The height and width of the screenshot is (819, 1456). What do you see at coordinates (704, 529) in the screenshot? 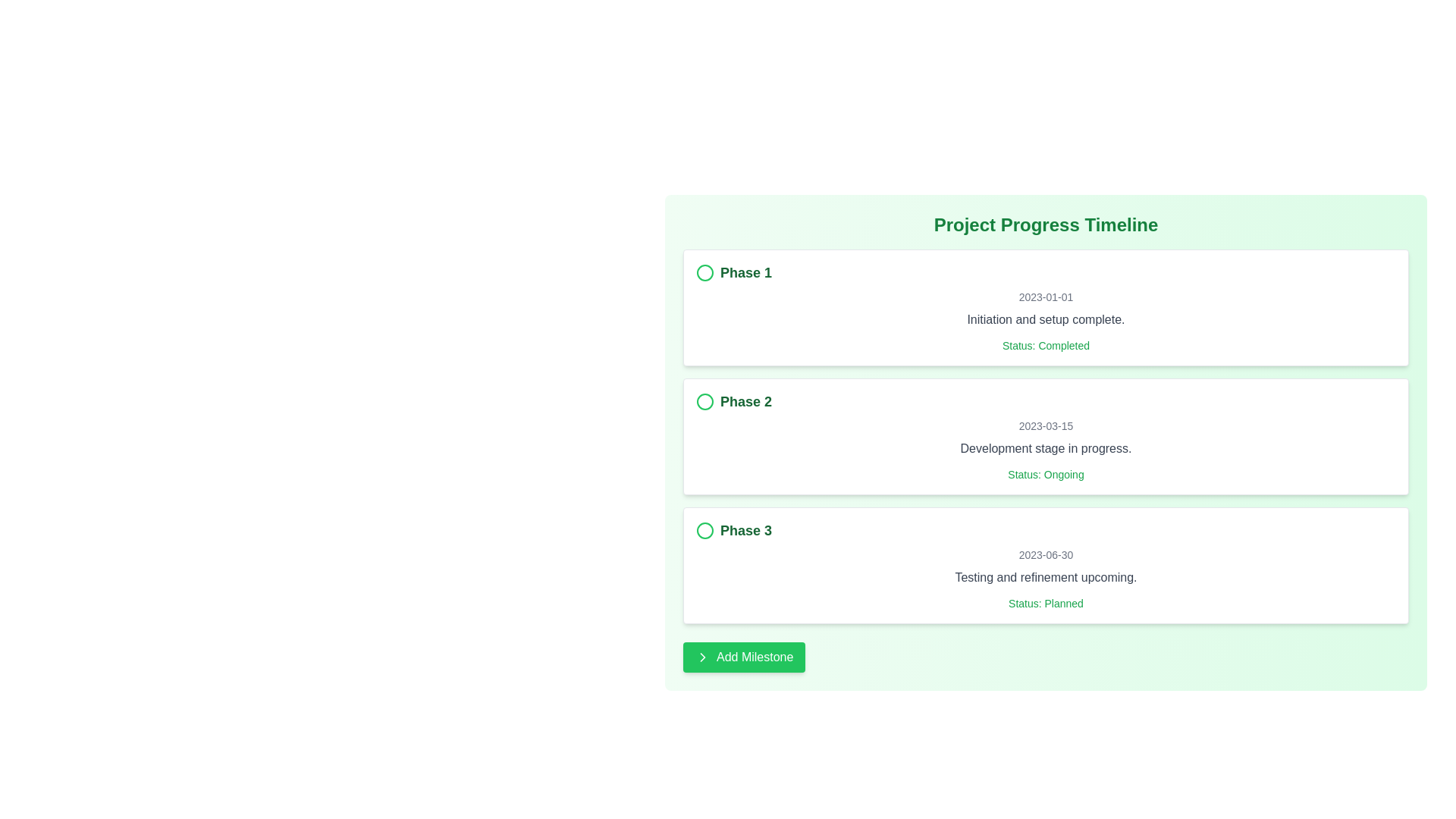
I see `the circular status indicator icon with a green outline, located adjacent to the 'Phase 3' label in the project progress timeline` at bounding box center [704, 529].